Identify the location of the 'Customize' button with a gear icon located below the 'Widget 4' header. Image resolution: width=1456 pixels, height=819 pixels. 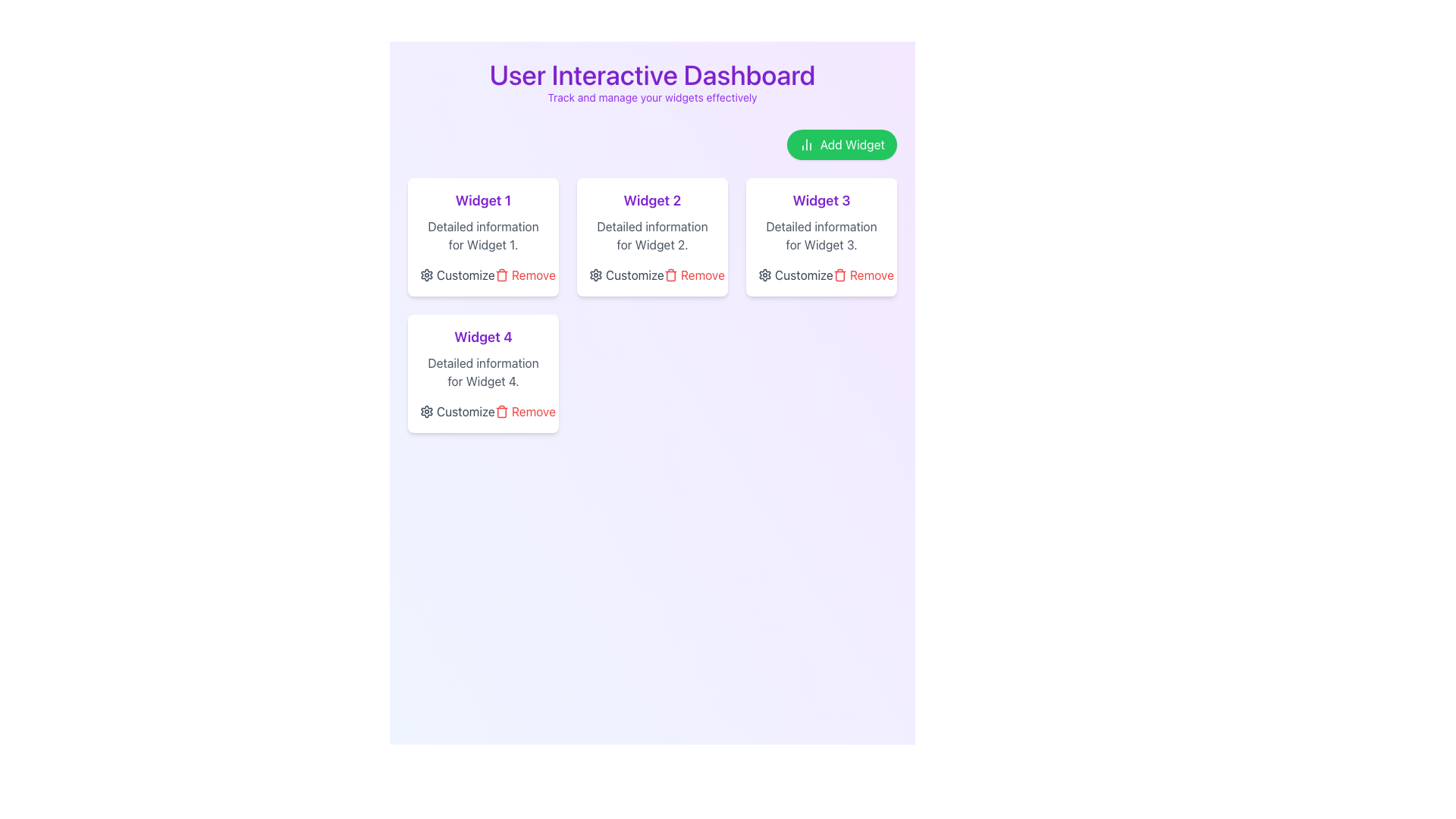
(457, 412).